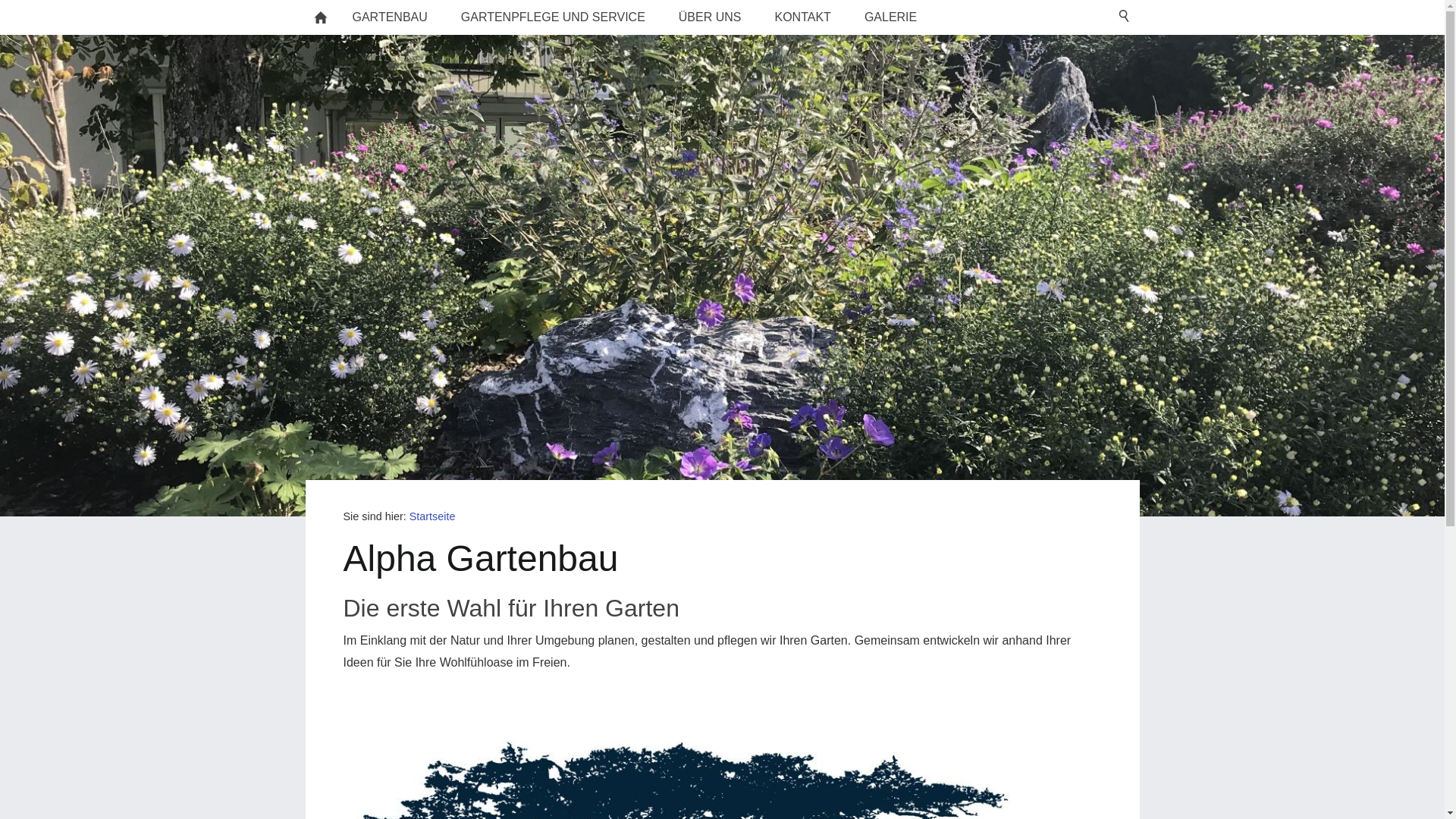 The width and height of the screenshot is (1456, 819). I want to click on 'KONTAKT', so click(802, 17).